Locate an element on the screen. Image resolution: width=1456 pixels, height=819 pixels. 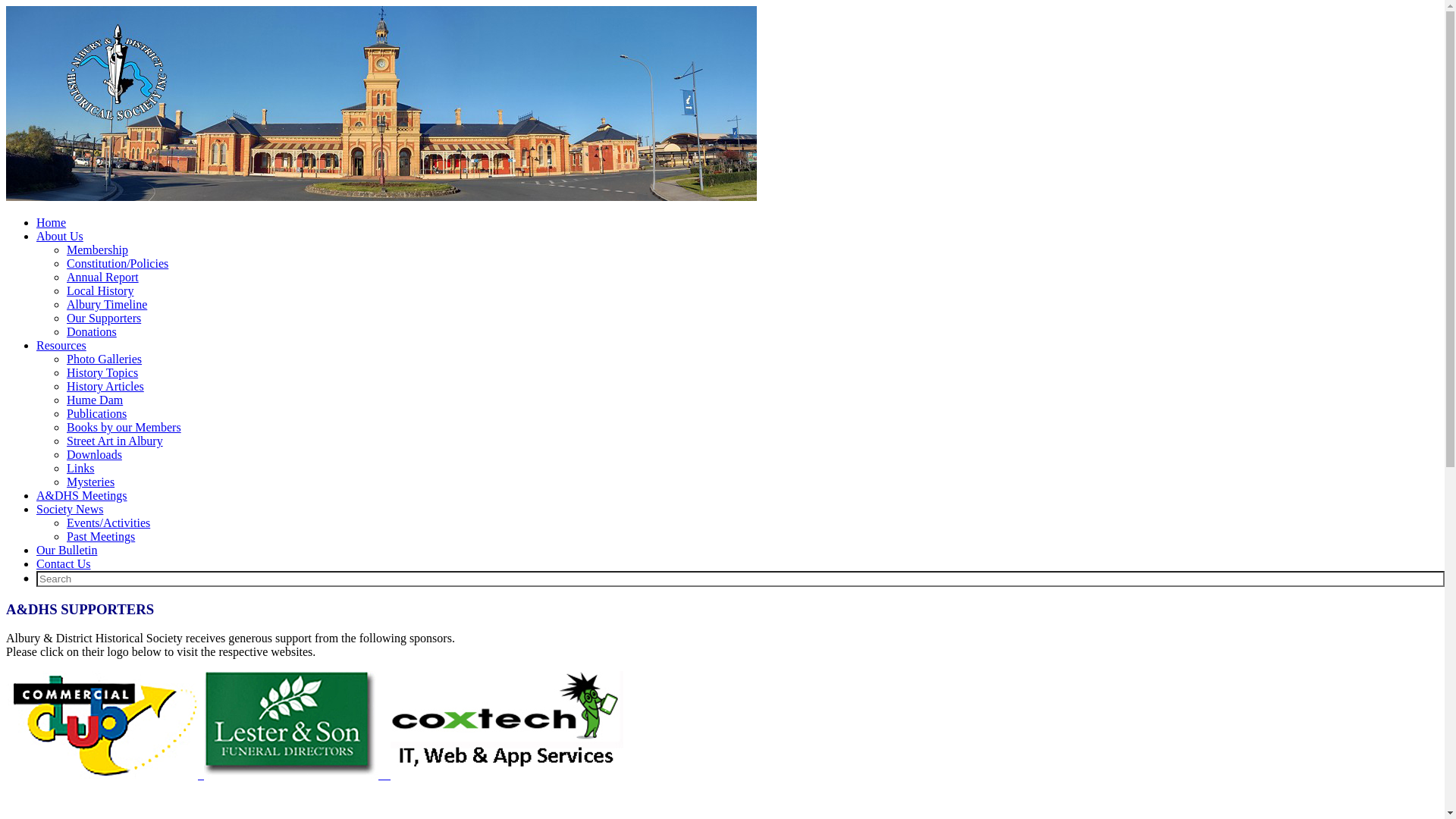
'Donations' is located at coordinates (90, 331).